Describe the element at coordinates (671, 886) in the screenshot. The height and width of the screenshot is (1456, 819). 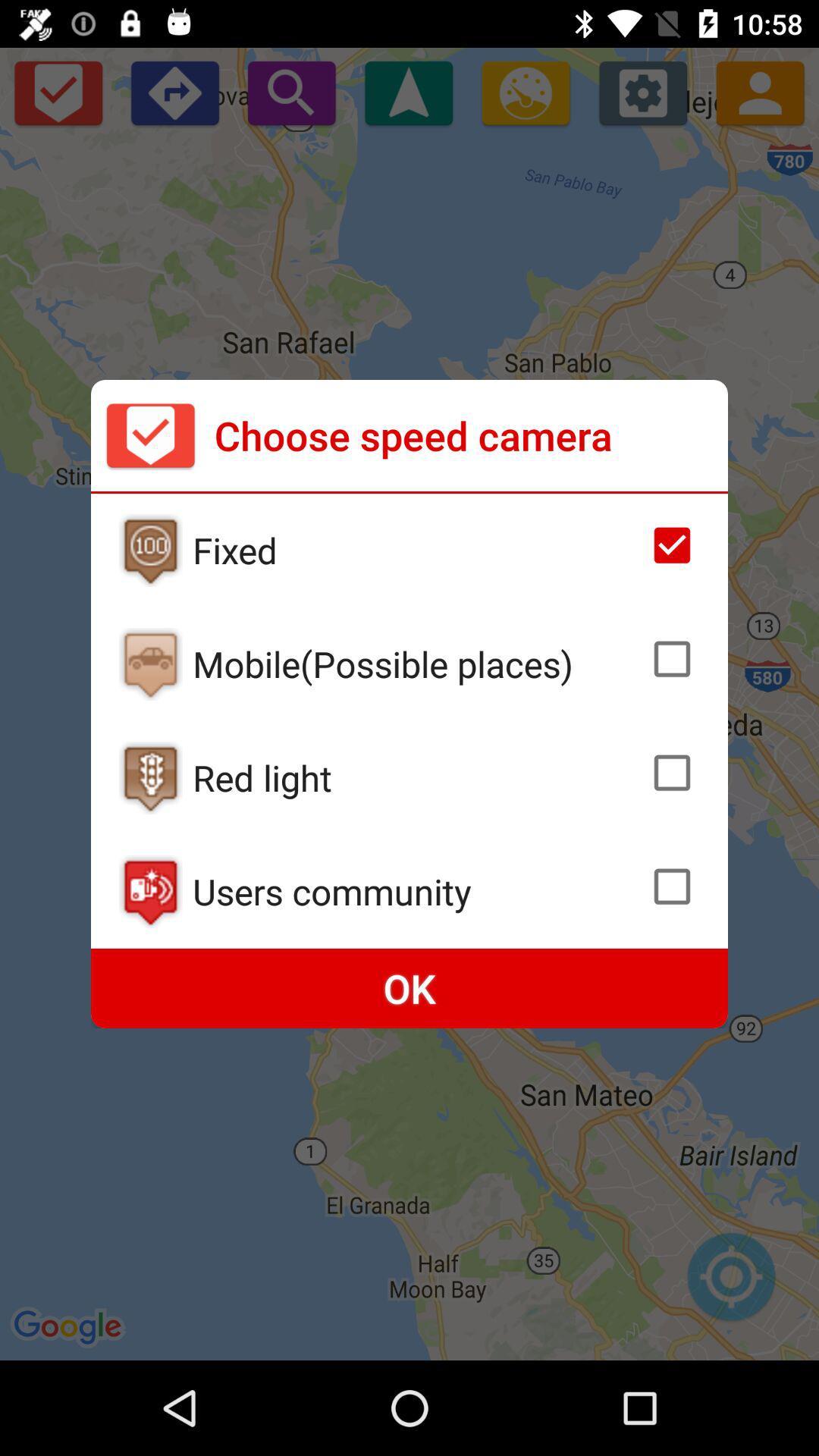
I see `select camer speed` at that location.